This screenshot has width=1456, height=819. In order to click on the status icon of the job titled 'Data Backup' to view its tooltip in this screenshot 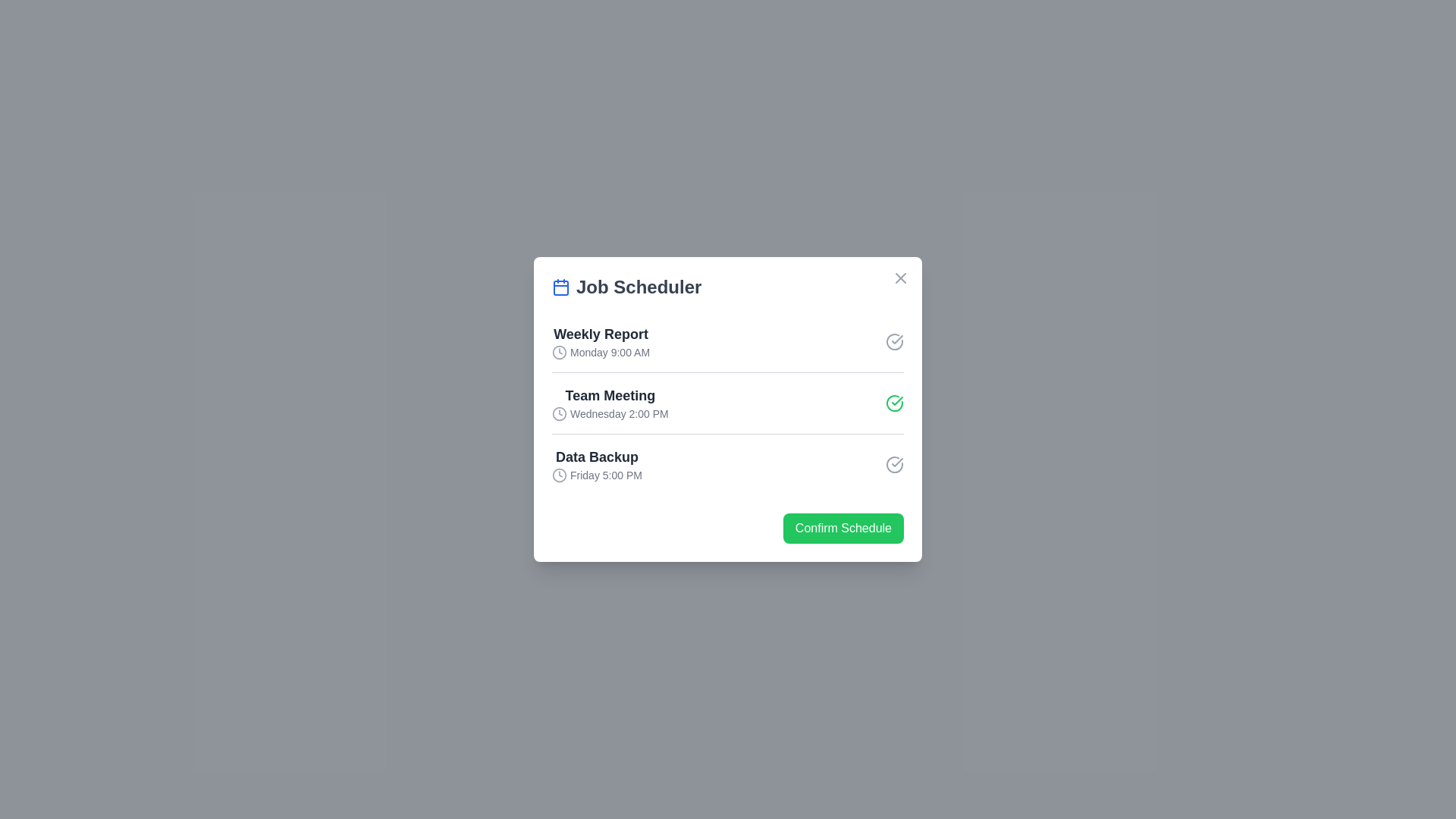, I will do `click(895, 464)`.